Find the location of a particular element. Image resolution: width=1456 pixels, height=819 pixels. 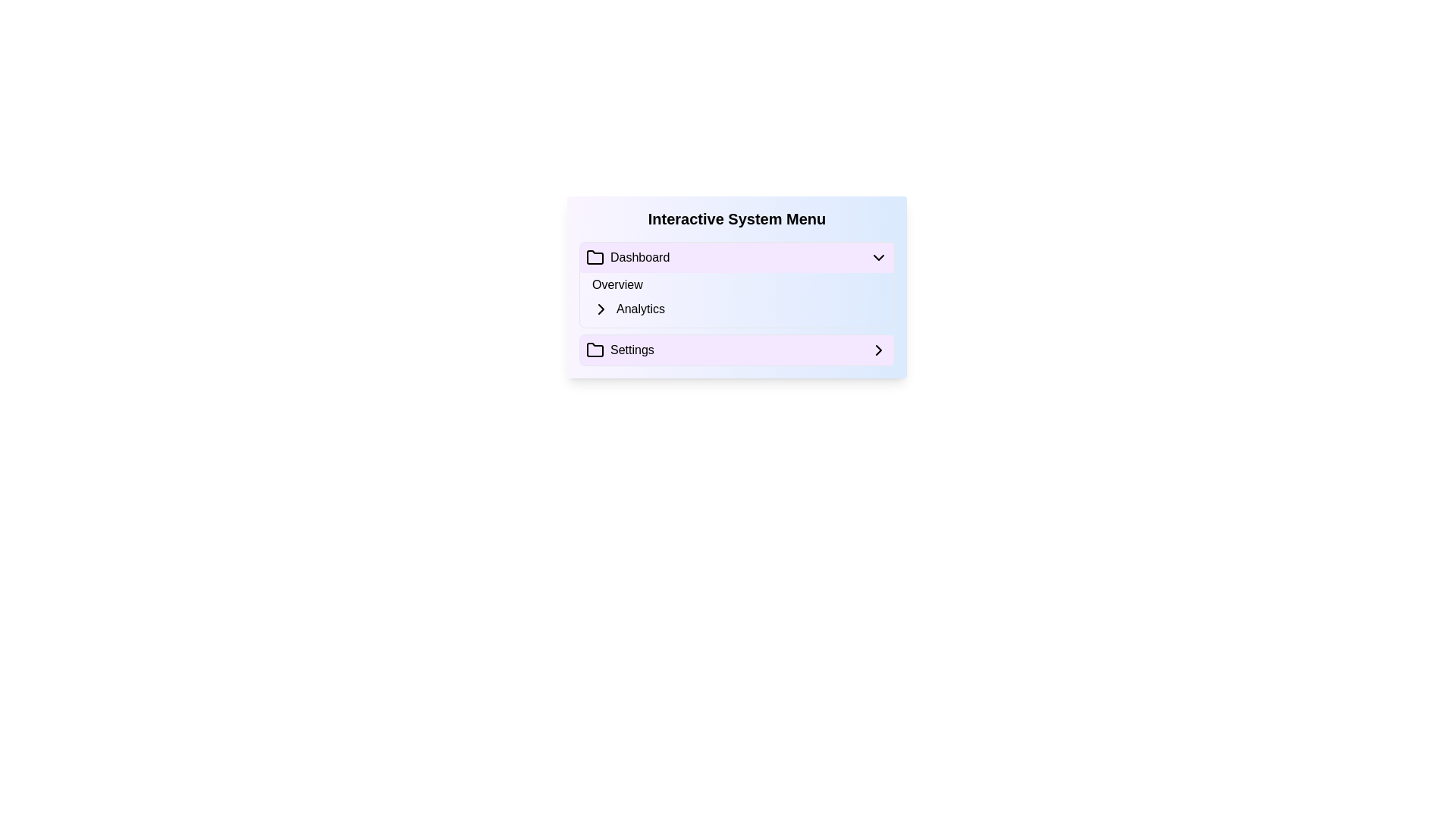

the first item in the 'Interactive System Menu' navigation bar is located at coordinates (736, 256).